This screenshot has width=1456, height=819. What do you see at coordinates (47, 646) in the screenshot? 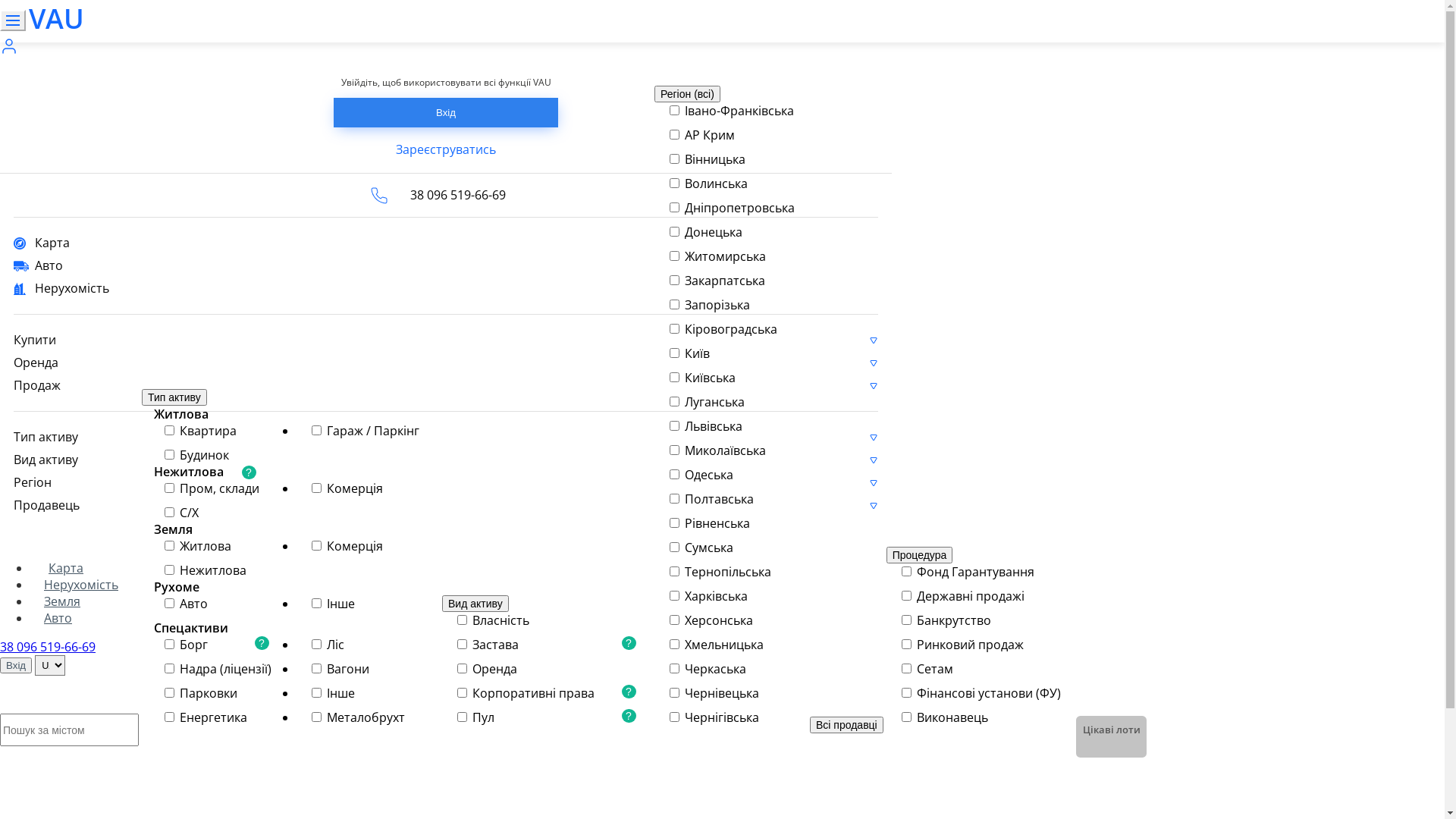
I see `'38 096 519-66-69'` at bounding box center [47, 646].